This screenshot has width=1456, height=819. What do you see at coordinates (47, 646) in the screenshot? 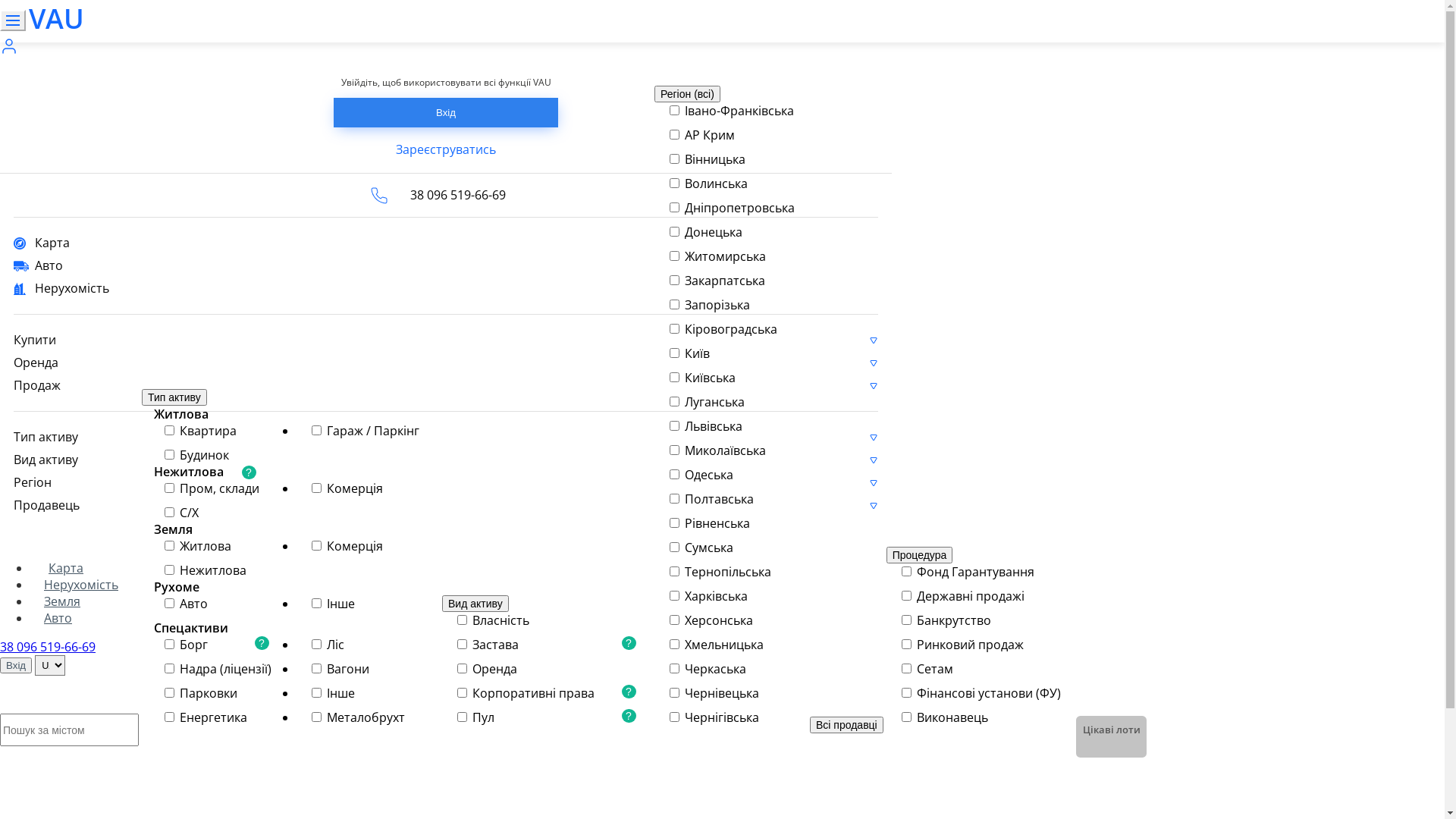
I see `'38 096 519-66-69'` at bounding box center [47, 646].